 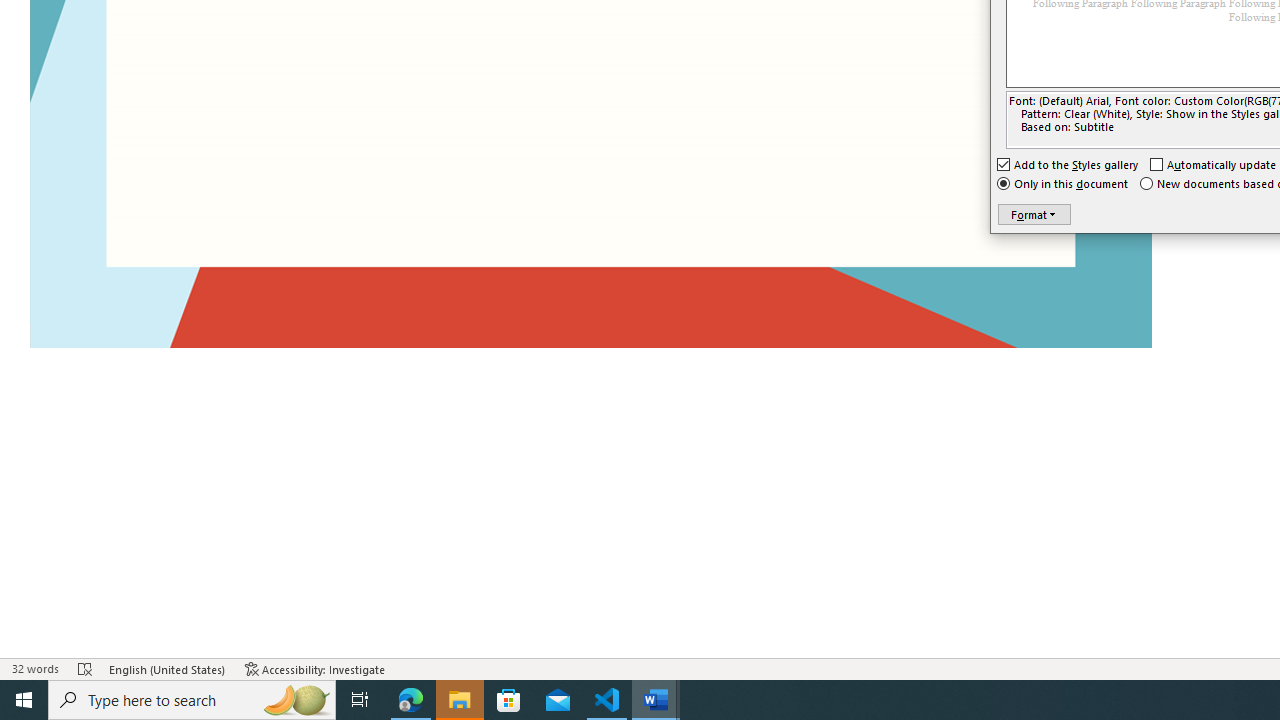 What do you see at coordinates (1067, 163) in the screenshot?
I see `'Add to the Styles gallery'` at bounding box center [1067, 163].